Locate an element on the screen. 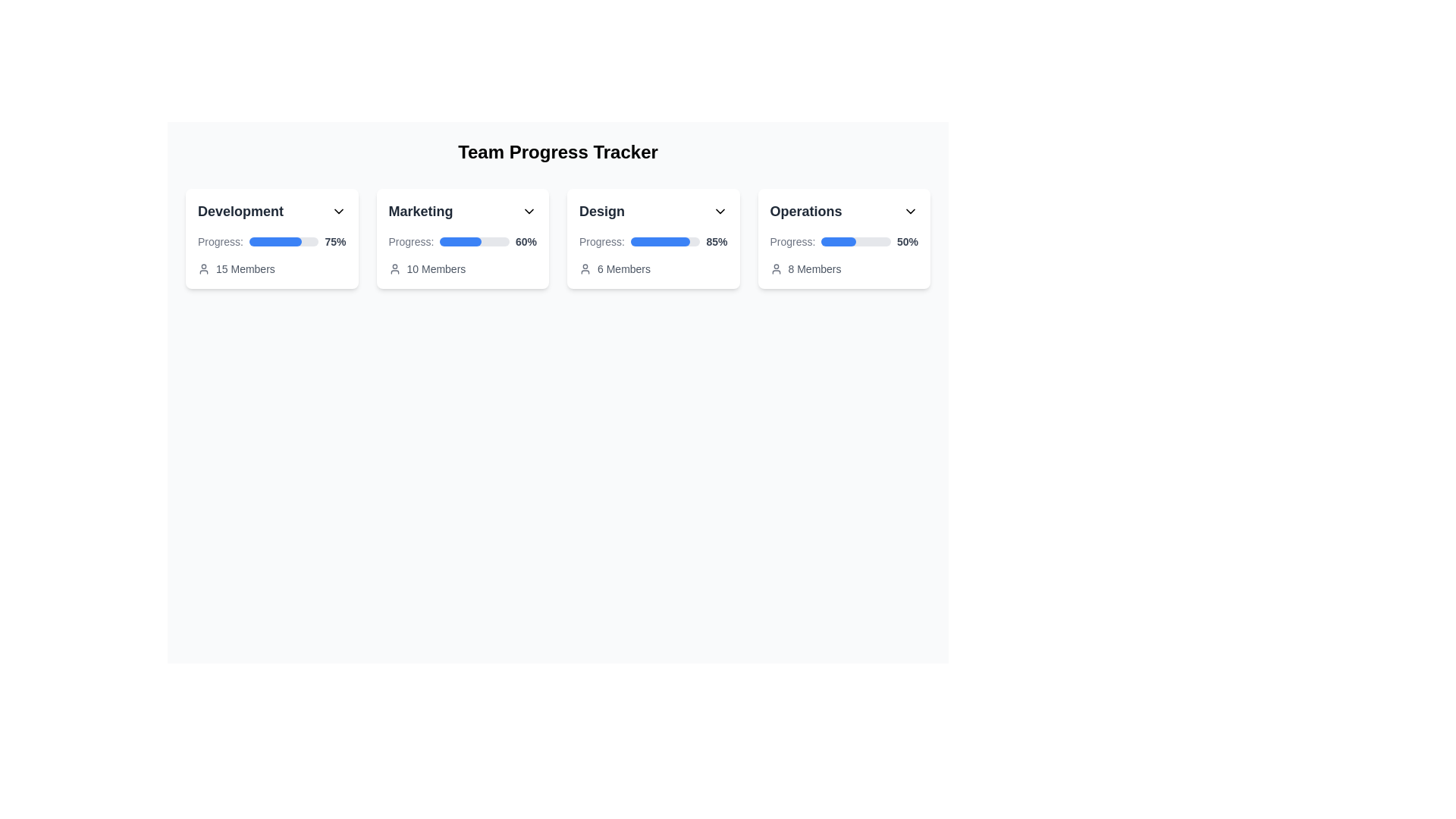 The height and width of the screenshot is (819, 1456). text displaying '60%' in bold style located next to the progress bar in the 'Marketing' card under the 'Team Progress Tracker' heading is located at coordinates (526, 241).